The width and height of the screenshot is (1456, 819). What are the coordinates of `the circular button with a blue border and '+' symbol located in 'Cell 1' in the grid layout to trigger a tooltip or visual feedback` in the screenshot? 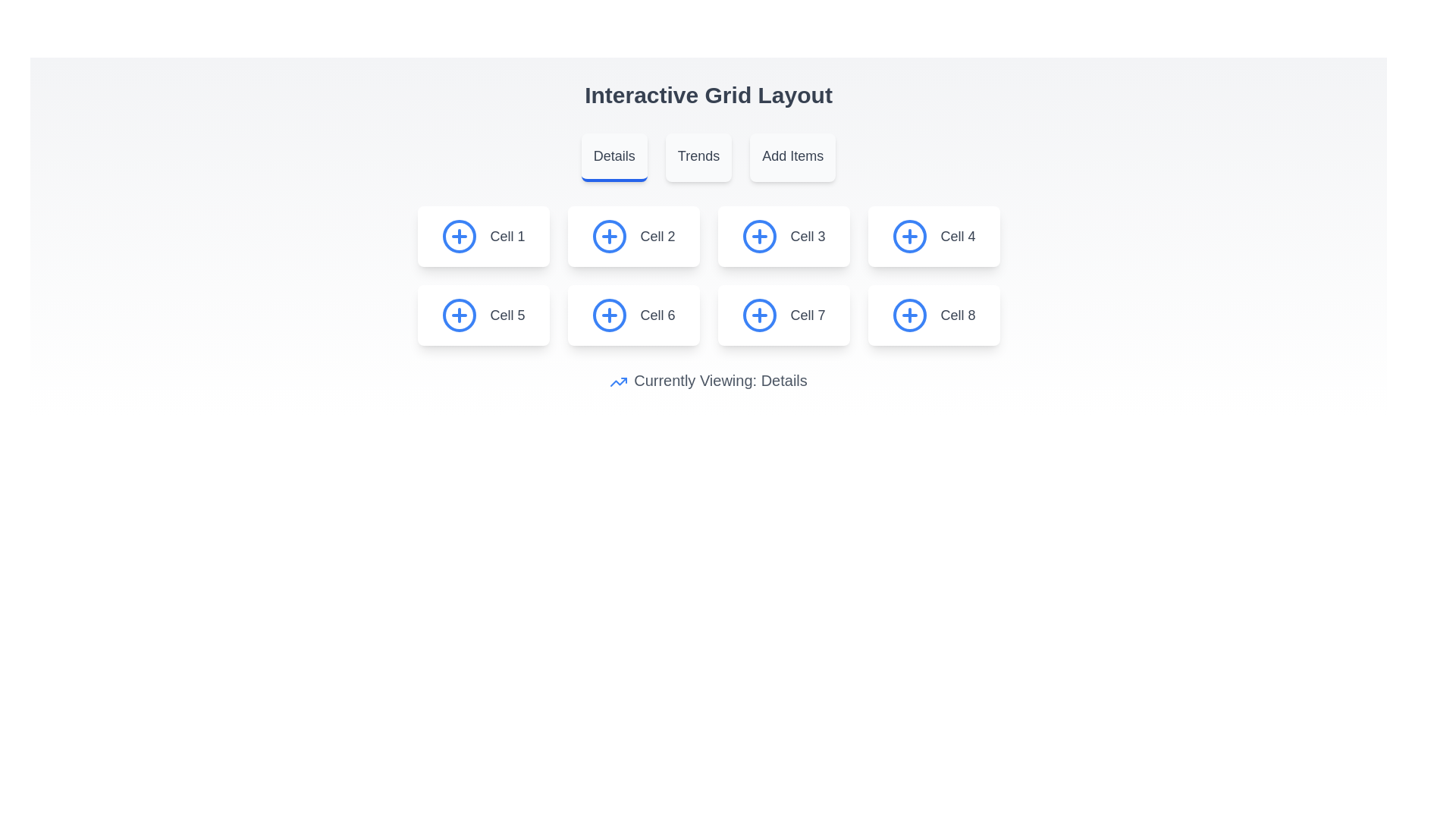 It's located at (459, 237).